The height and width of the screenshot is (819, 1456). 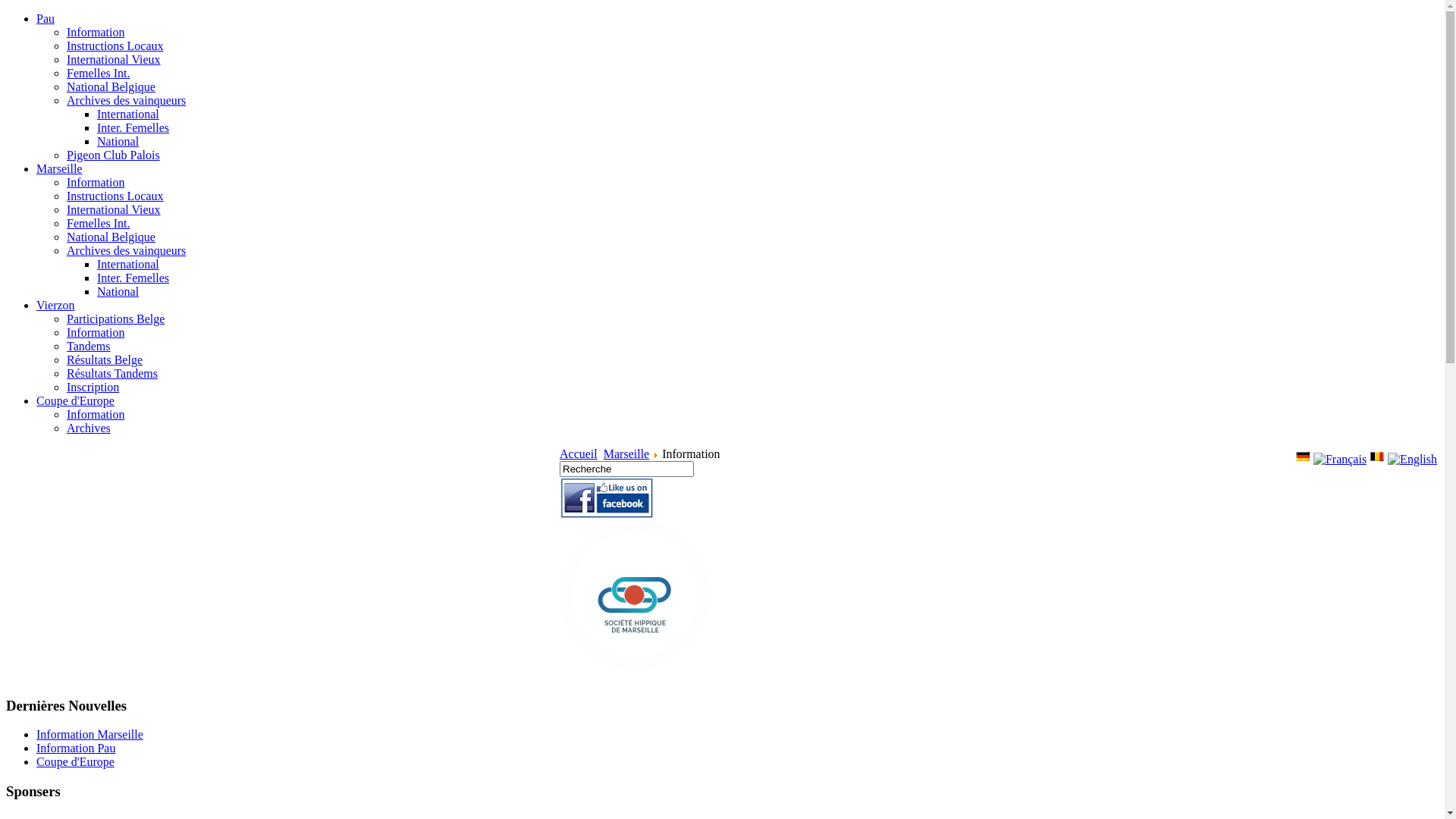 What do you see at coordinates (112, 58) in the screenshot?
I see `'International Vieux'` at bounding box center [112, 58].